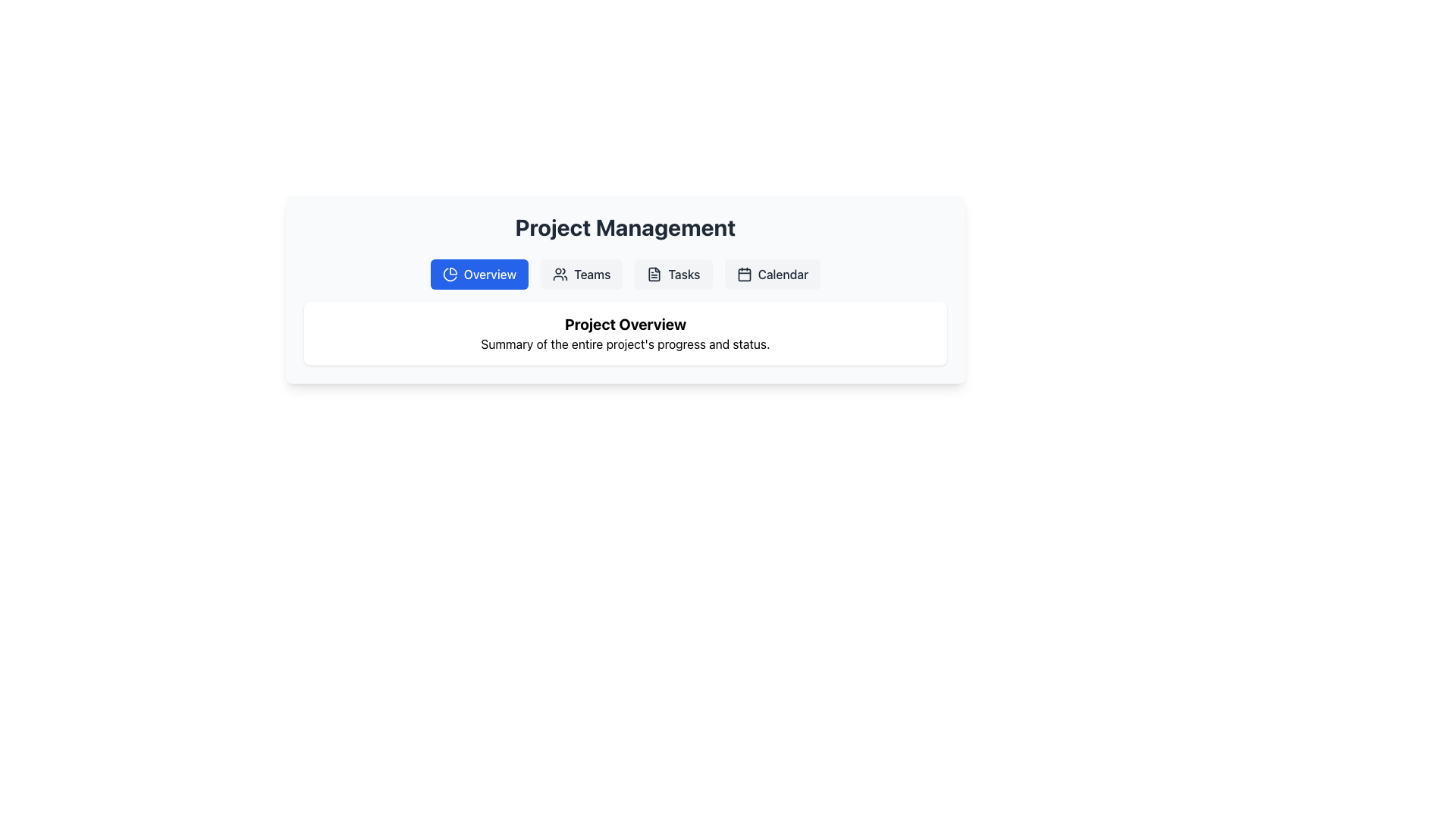  I want to click on the calendar icon located within the 'Calendar' navigation button, so click(744, 275).